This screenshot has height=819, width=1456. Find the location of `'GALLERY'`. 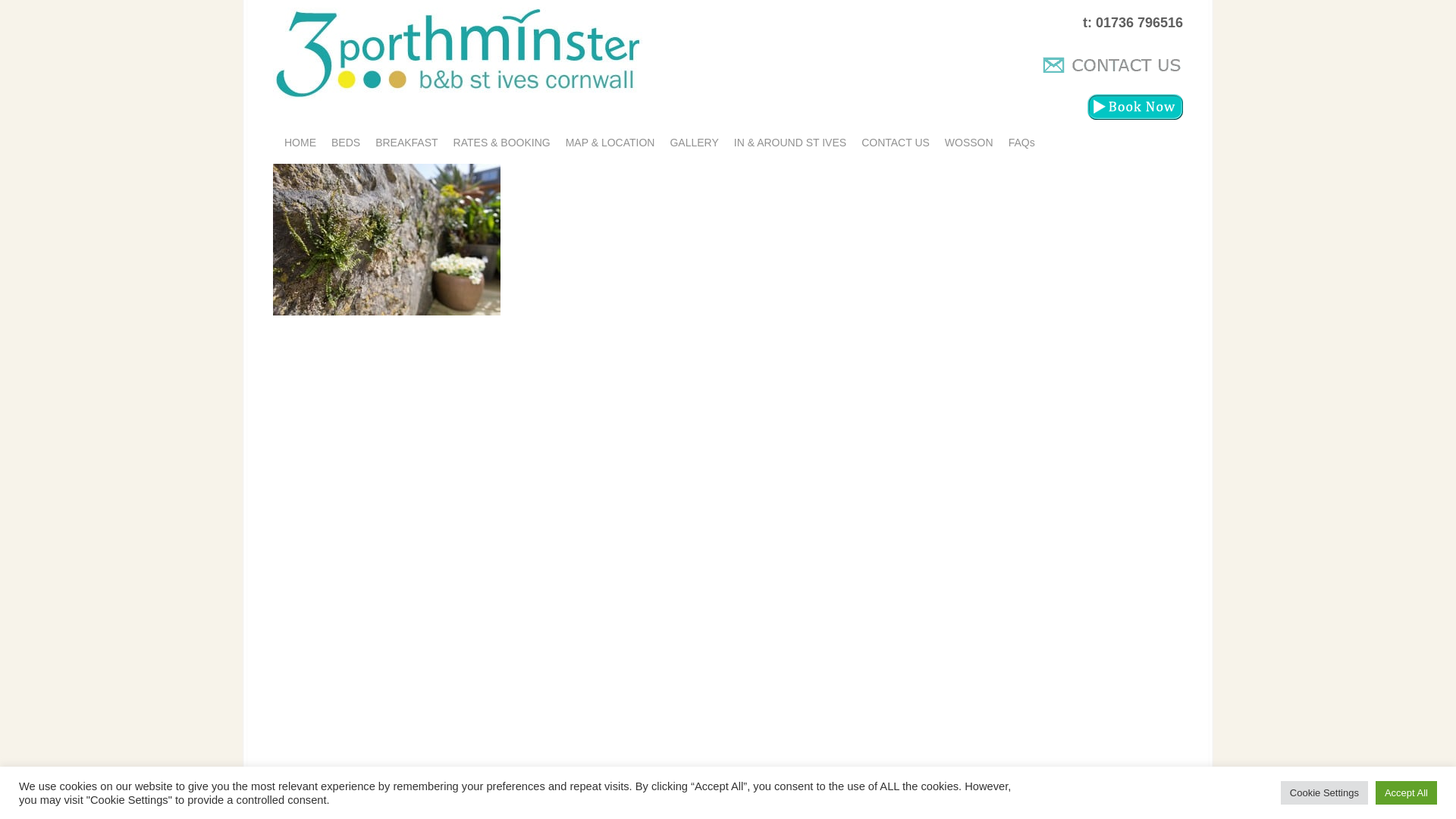

'GALLERY' is located at coordinates (693, 143).